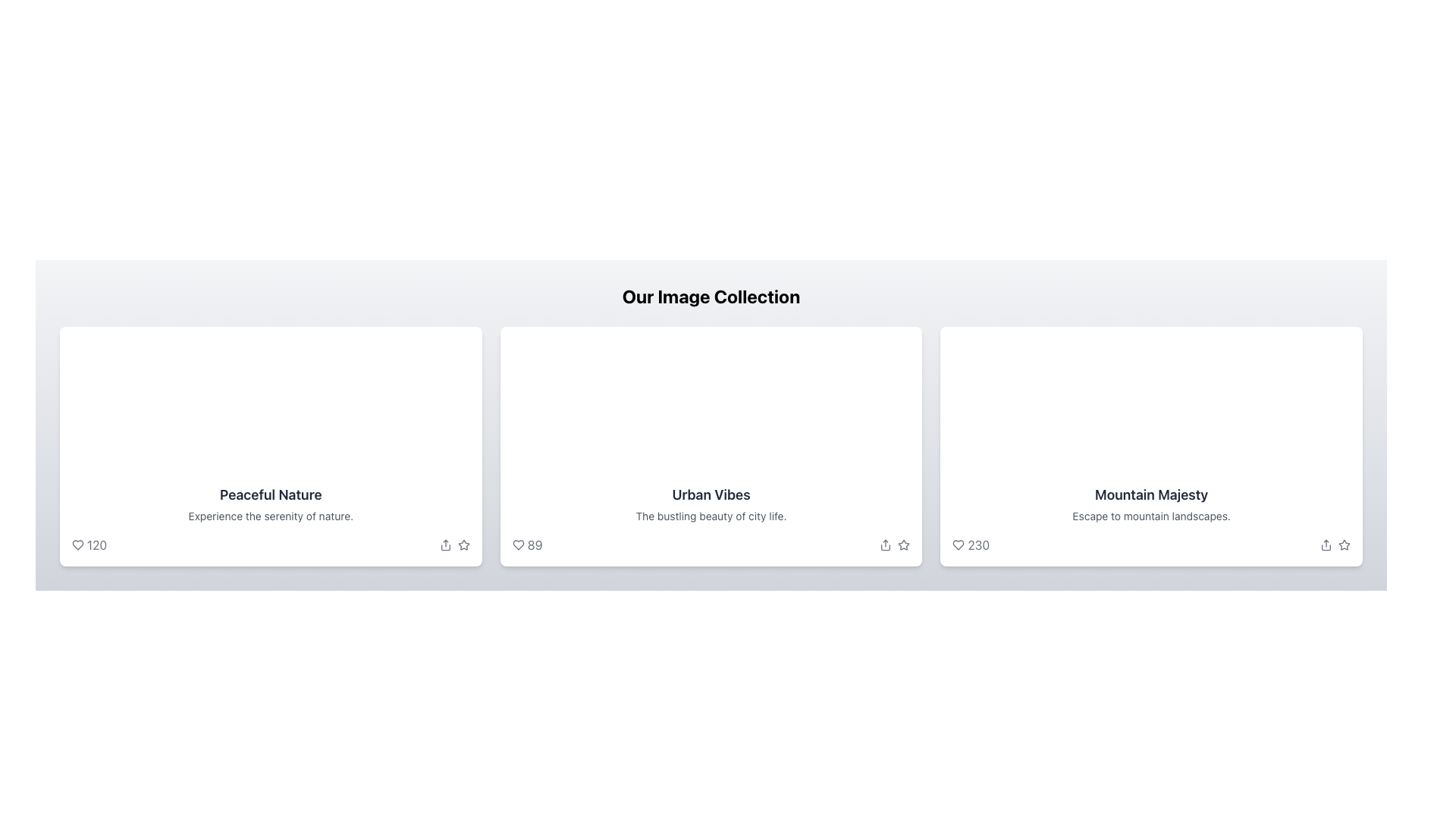  I want to click on the star-shaped icon with a hollow outline located in the bottom-right corner of the 'Mountain Majesty' card to bookmark or unbookmark it, so click(1343, 543).